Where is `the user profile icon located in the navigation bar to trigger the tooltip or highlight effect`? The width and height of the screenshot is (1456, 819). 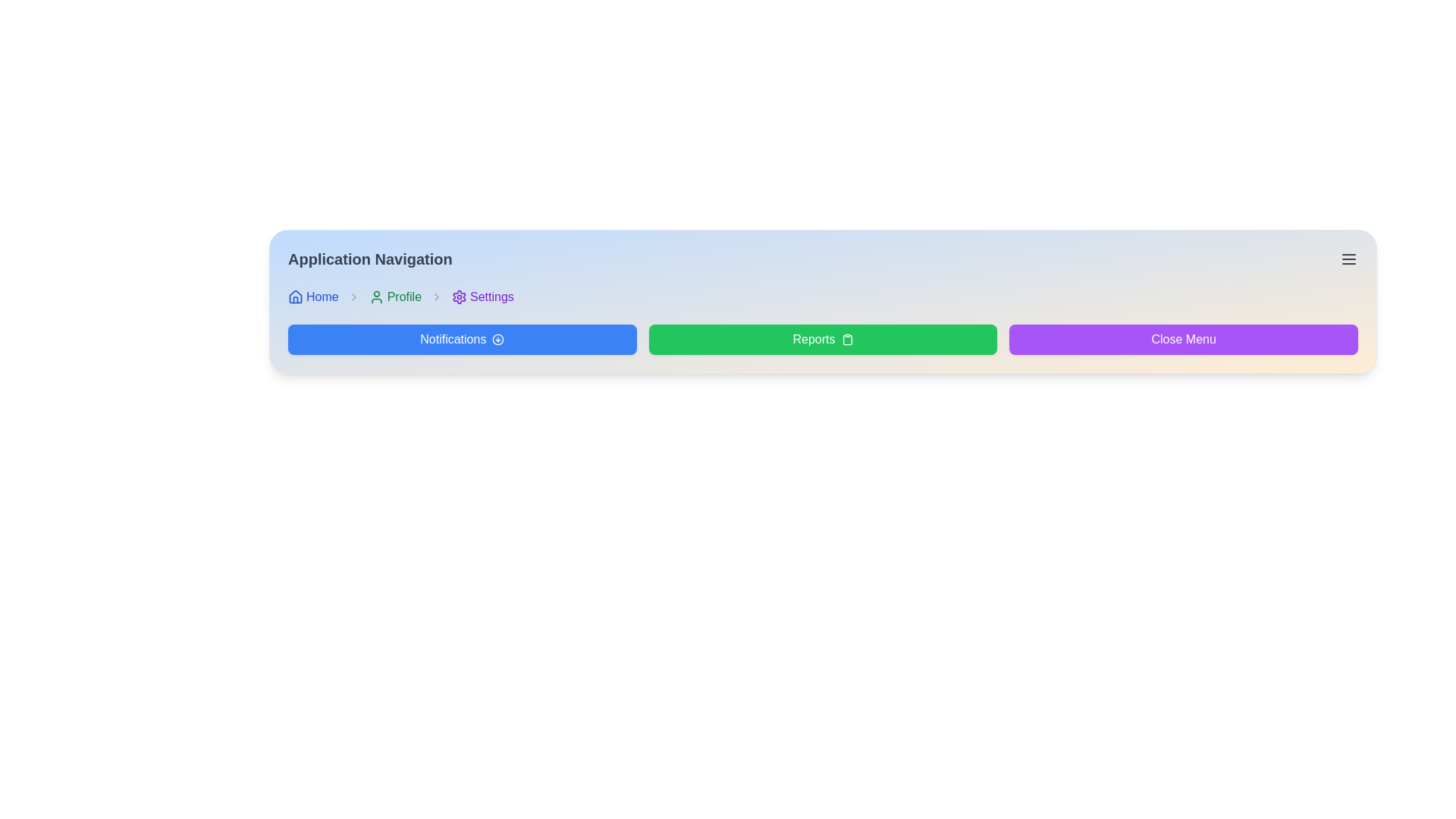
the user profile icon located in the navigation bar to trigger the tooltip or highlight effect is located at coordinates (376, 297).